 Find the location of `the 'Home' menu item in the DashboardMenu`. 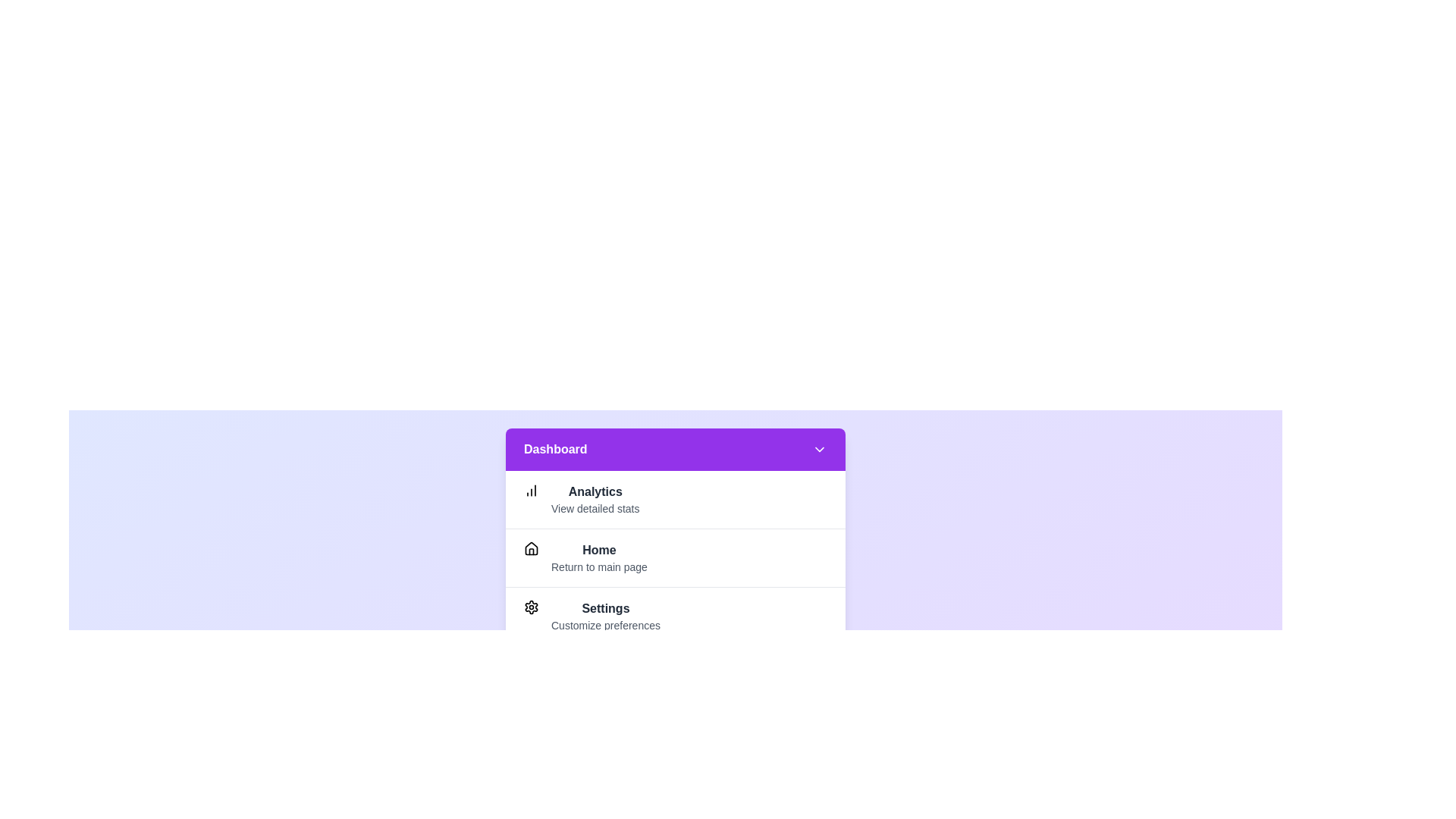

the 'Home' menu item in the DashboardMenu is located at coordinates (598, 550).